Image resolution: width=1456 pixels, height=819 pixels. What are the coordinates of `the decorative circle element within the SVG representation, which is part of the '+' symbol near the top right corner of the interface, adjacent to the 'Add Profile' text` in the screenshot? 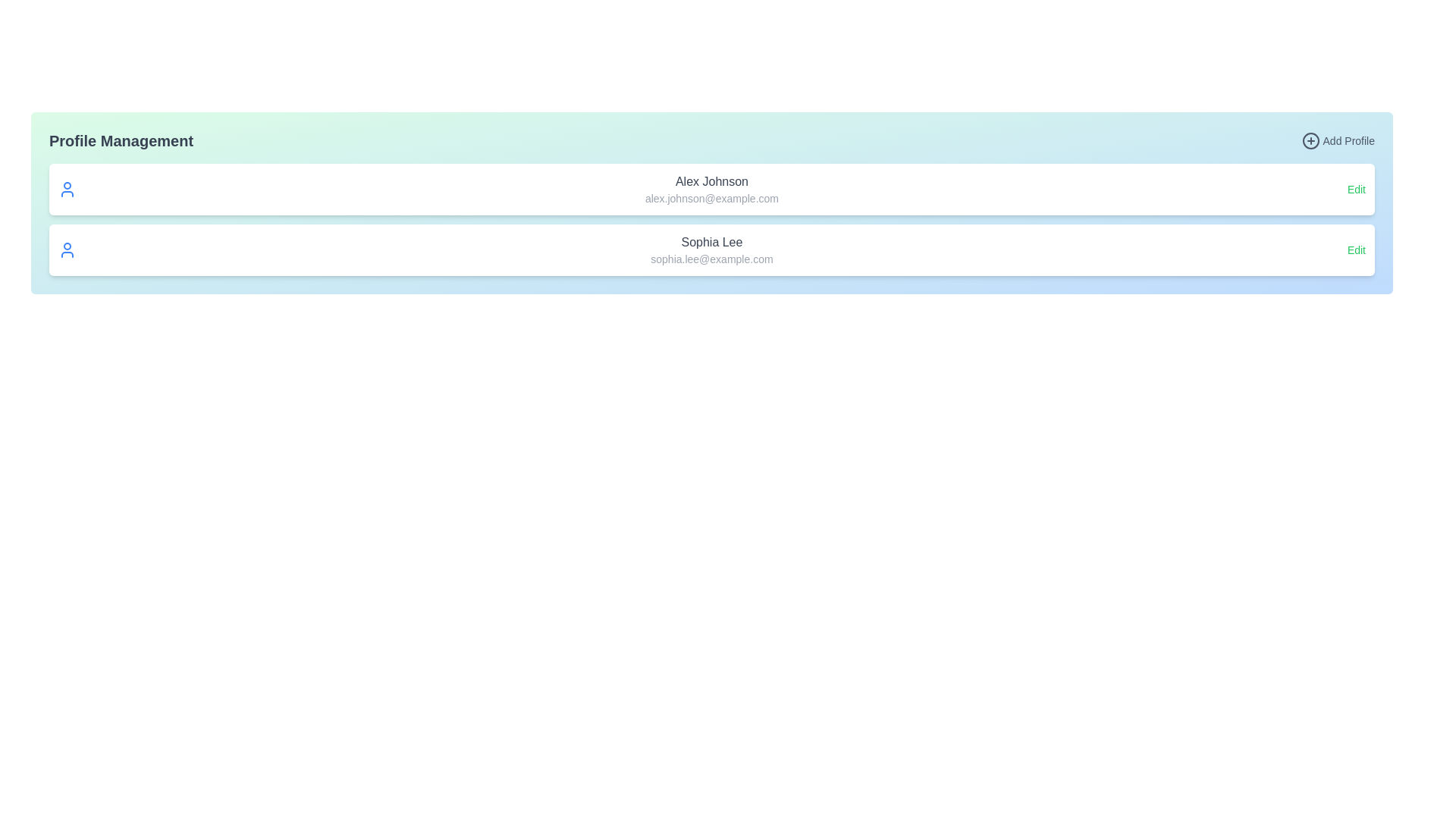 It's located at (1310, 140).